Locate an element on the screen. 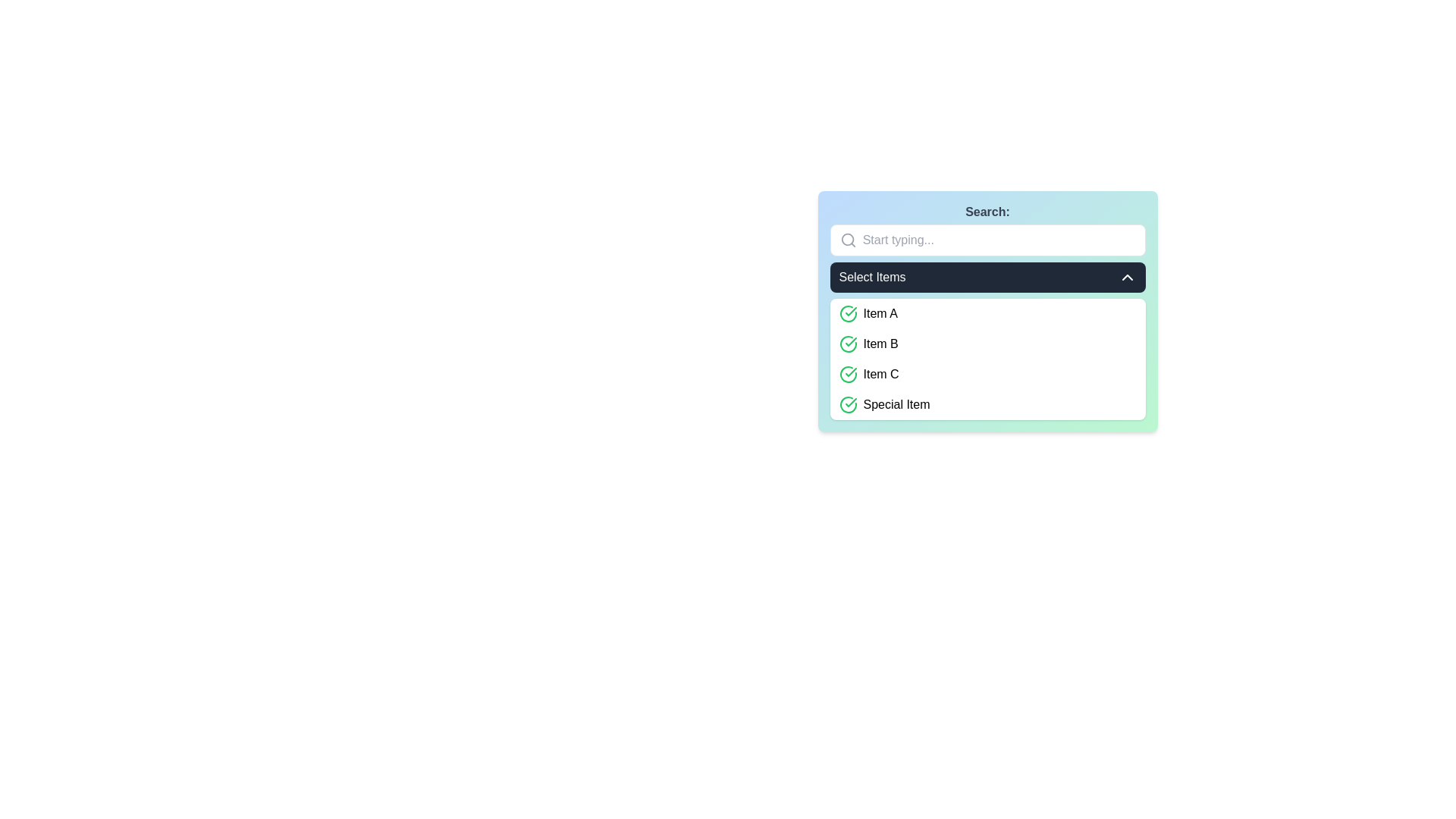  the checked status icon in the dropdown list near 'Item A' is located at coordinates (847, 374).